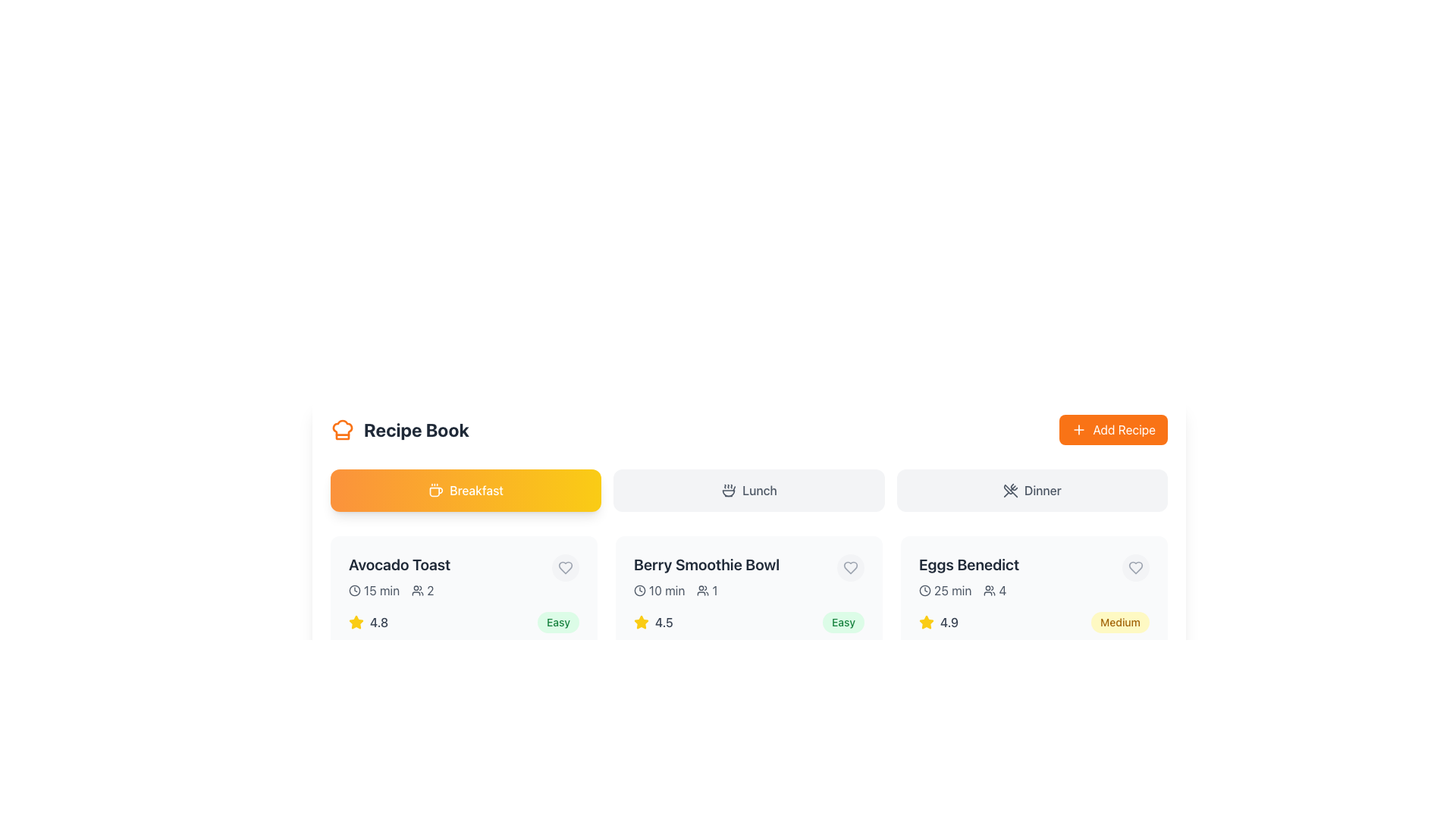  What do you see at coordinates (729, 493) in the screenshot?
I see `the food or recipe category icon located in the top bar section, far right in the group of icons` at bounding box center [729, 493].